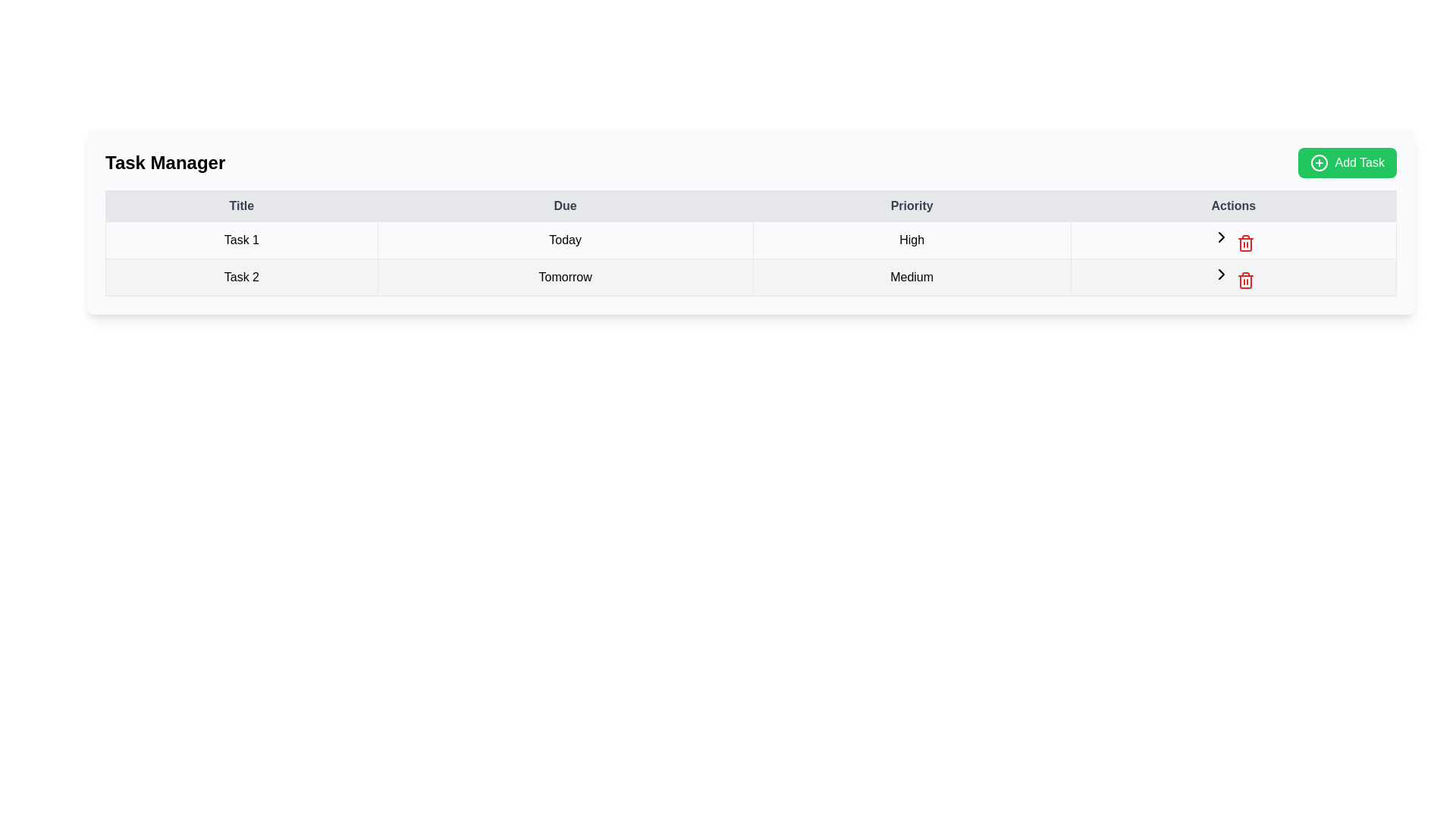 The height and width of the screenshot is (819, 1456). What do you see at coordinates (1221, 237) in the screenshot?
I see `the right-facing arrow icon in the 'Actions' column of the first row in the table beneath the 'Task Manager' title` at bounding box center [1221, 237].